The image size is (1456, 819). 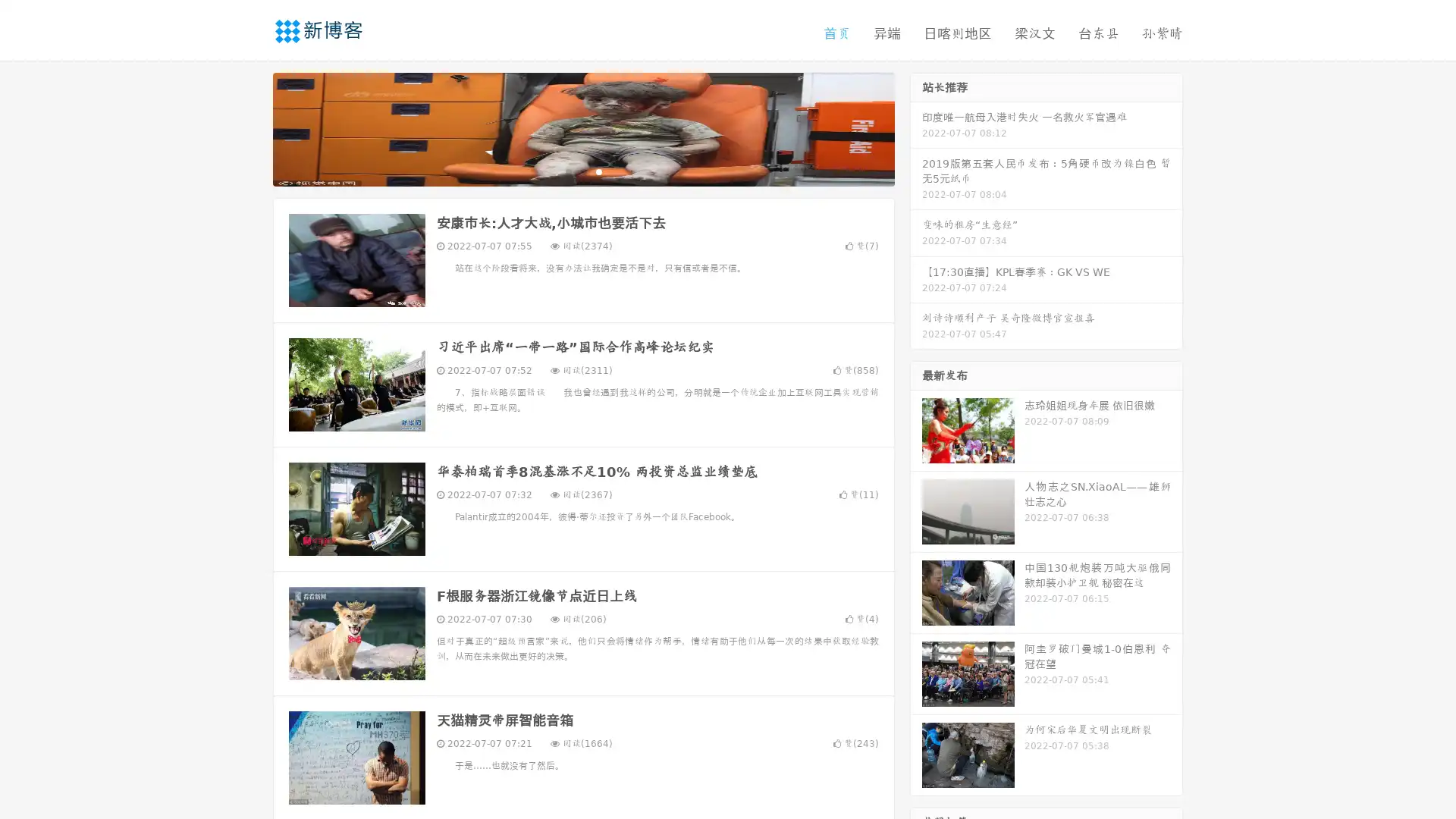 I want to click on Go to slide 3, so click(x=598, y=171).